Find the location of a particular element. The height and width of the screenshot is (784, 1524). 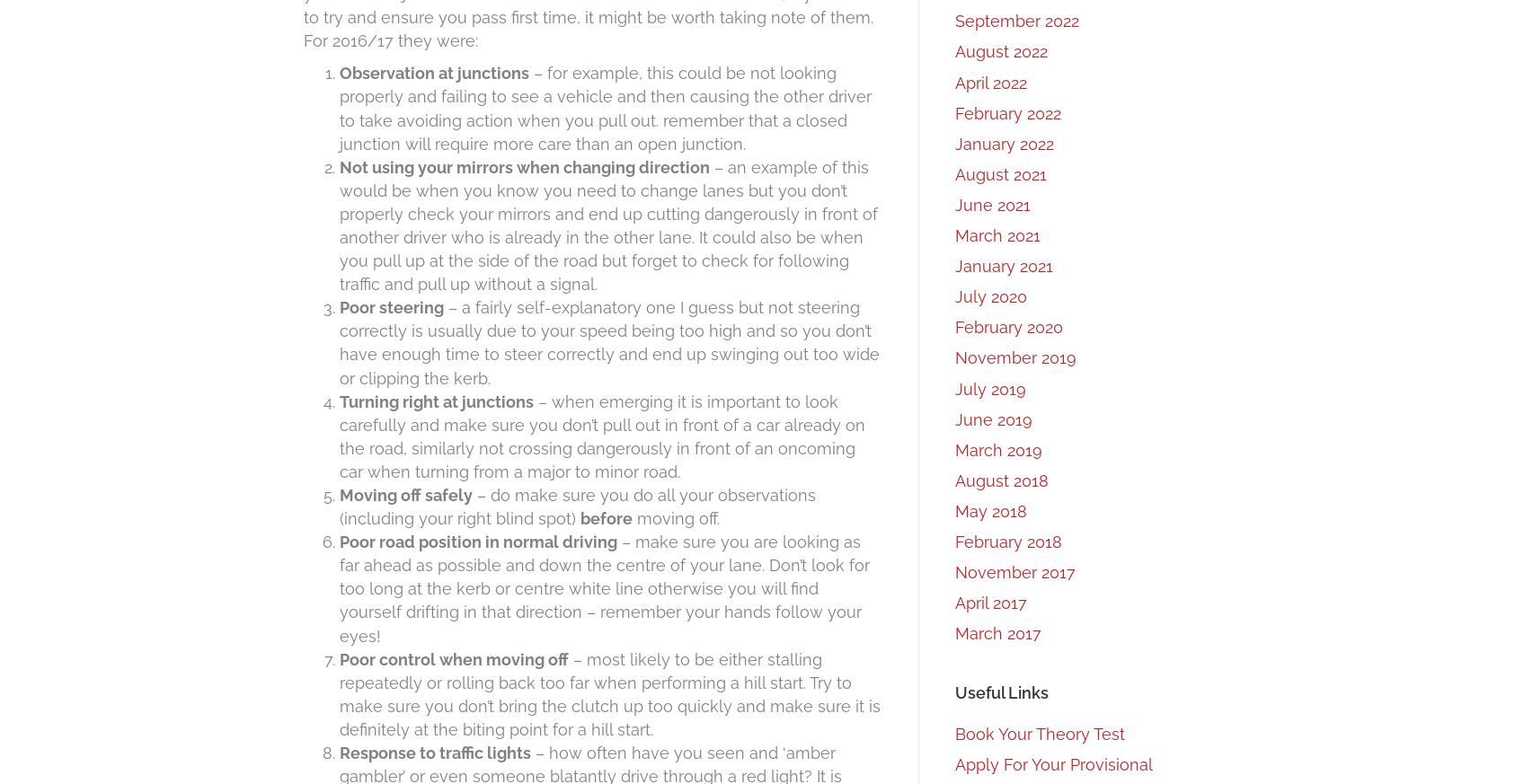

'April 2017' is located at coordinates (990, 603).